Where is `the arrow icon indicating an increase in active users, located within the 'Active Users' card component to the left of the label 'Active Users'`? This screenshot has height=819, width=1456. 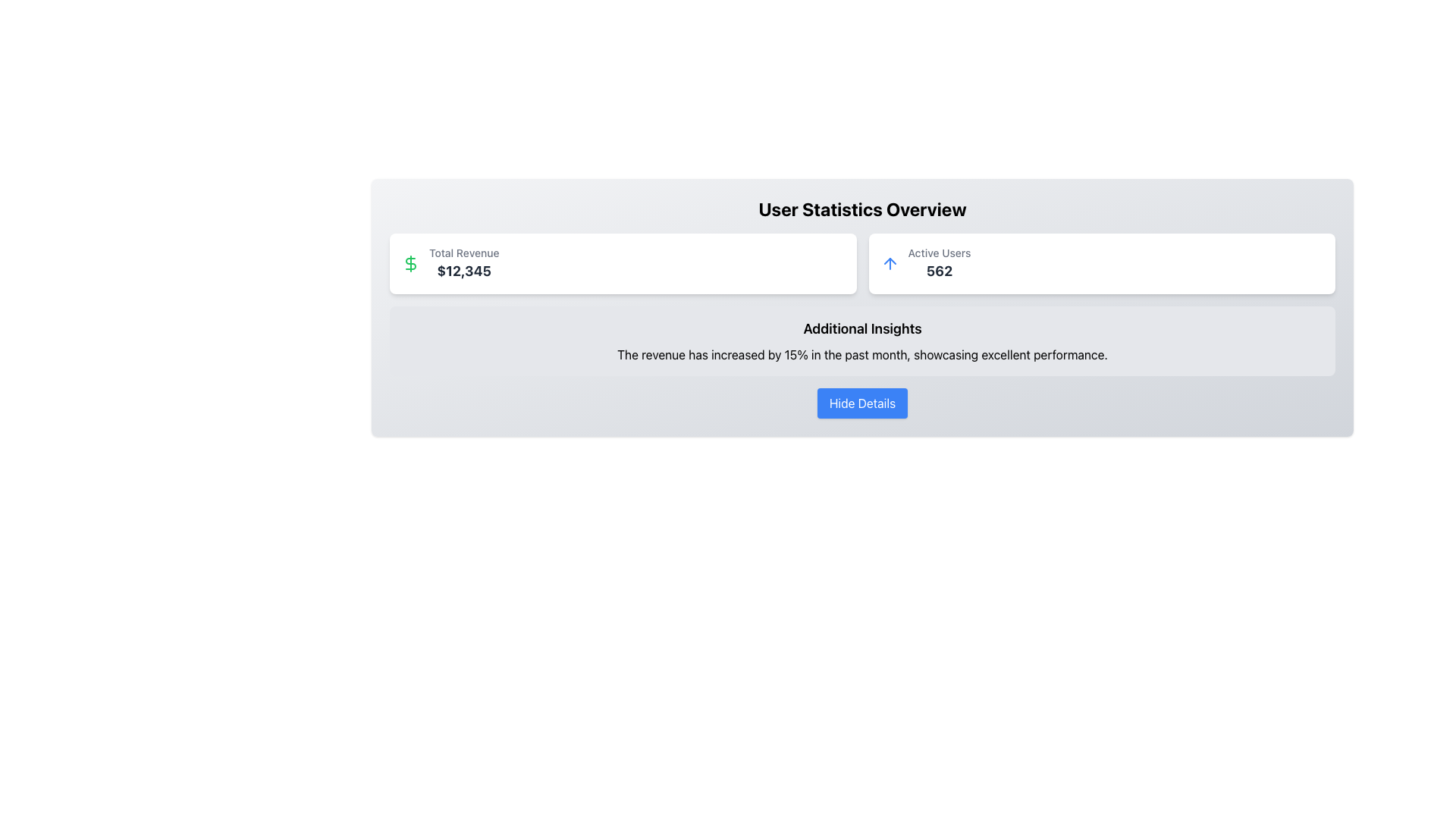
the arrow icon indicating an increase in active users, located within the 'Active Users' card component to the left of the label 'Active Users' is located at coordinates (890, 262).